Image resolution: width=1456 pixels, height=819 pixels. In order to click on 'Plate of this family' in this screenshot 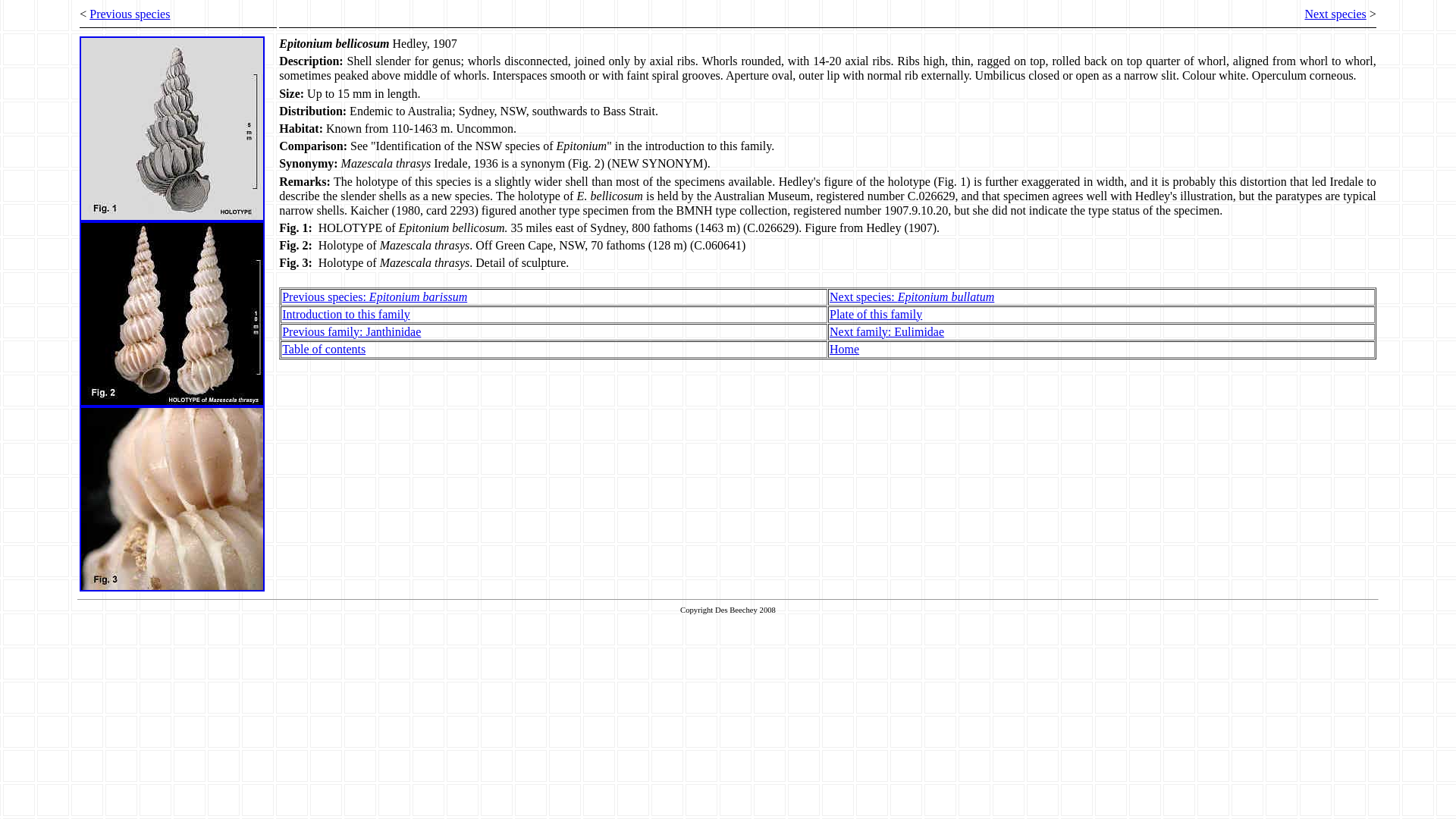, I will do `click(876, 313)`.